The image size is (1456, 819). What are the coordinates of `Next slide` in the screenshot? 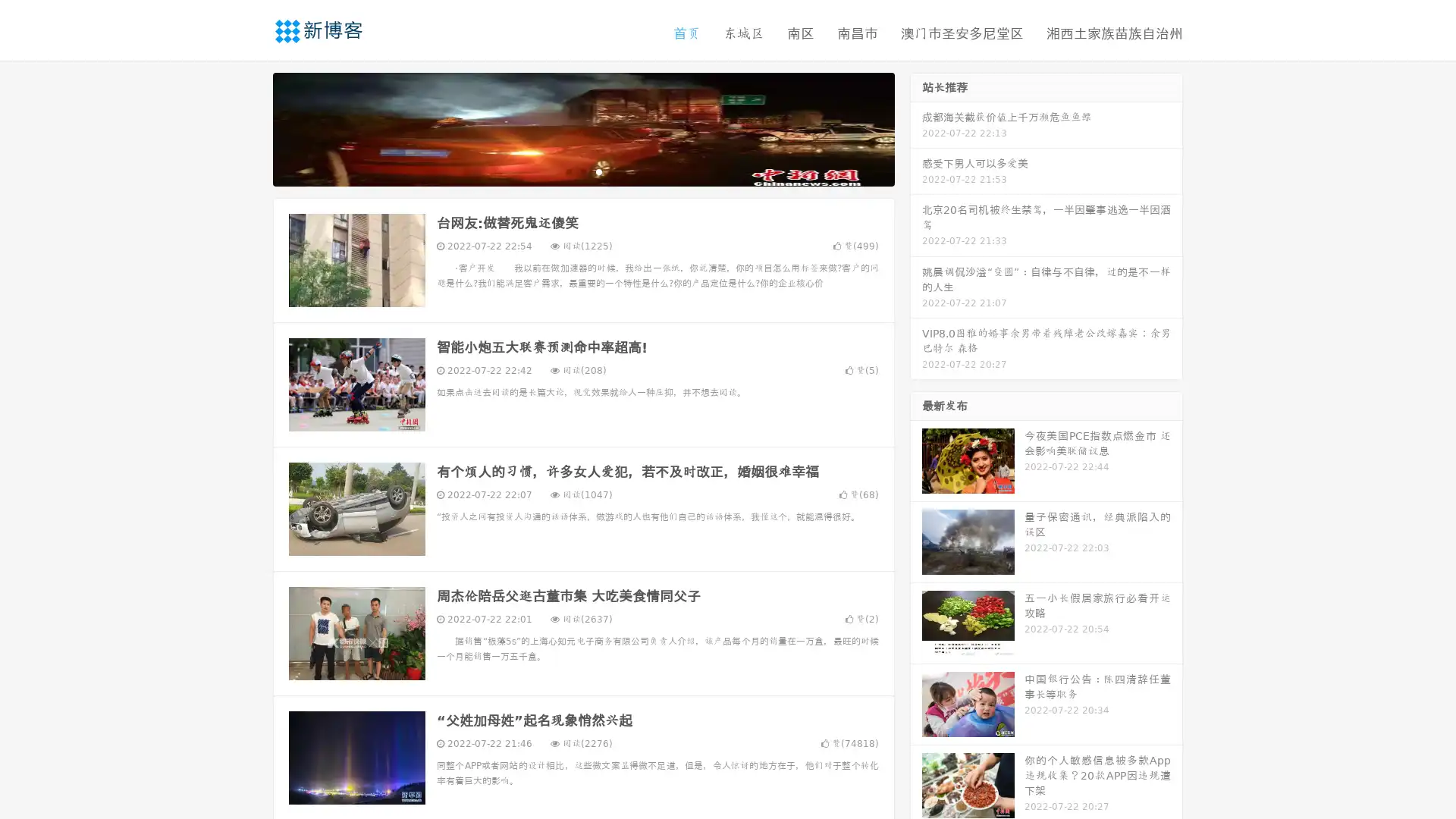 It's located at (916, 127).